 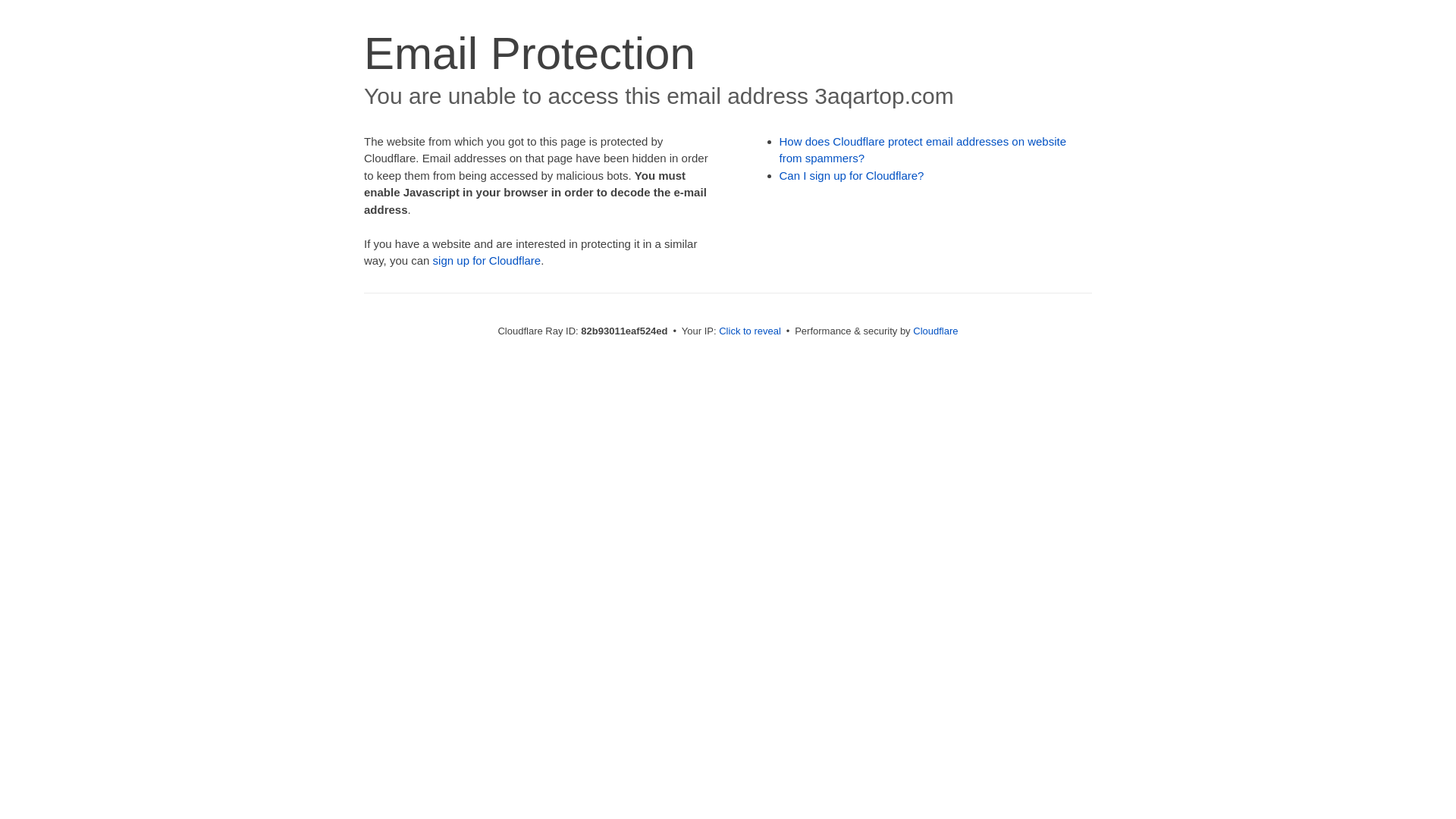 What do you see at coordinates (749, 330) in the screenshot?
I see `'Click to reveal'` at bounding box center [749, 330].